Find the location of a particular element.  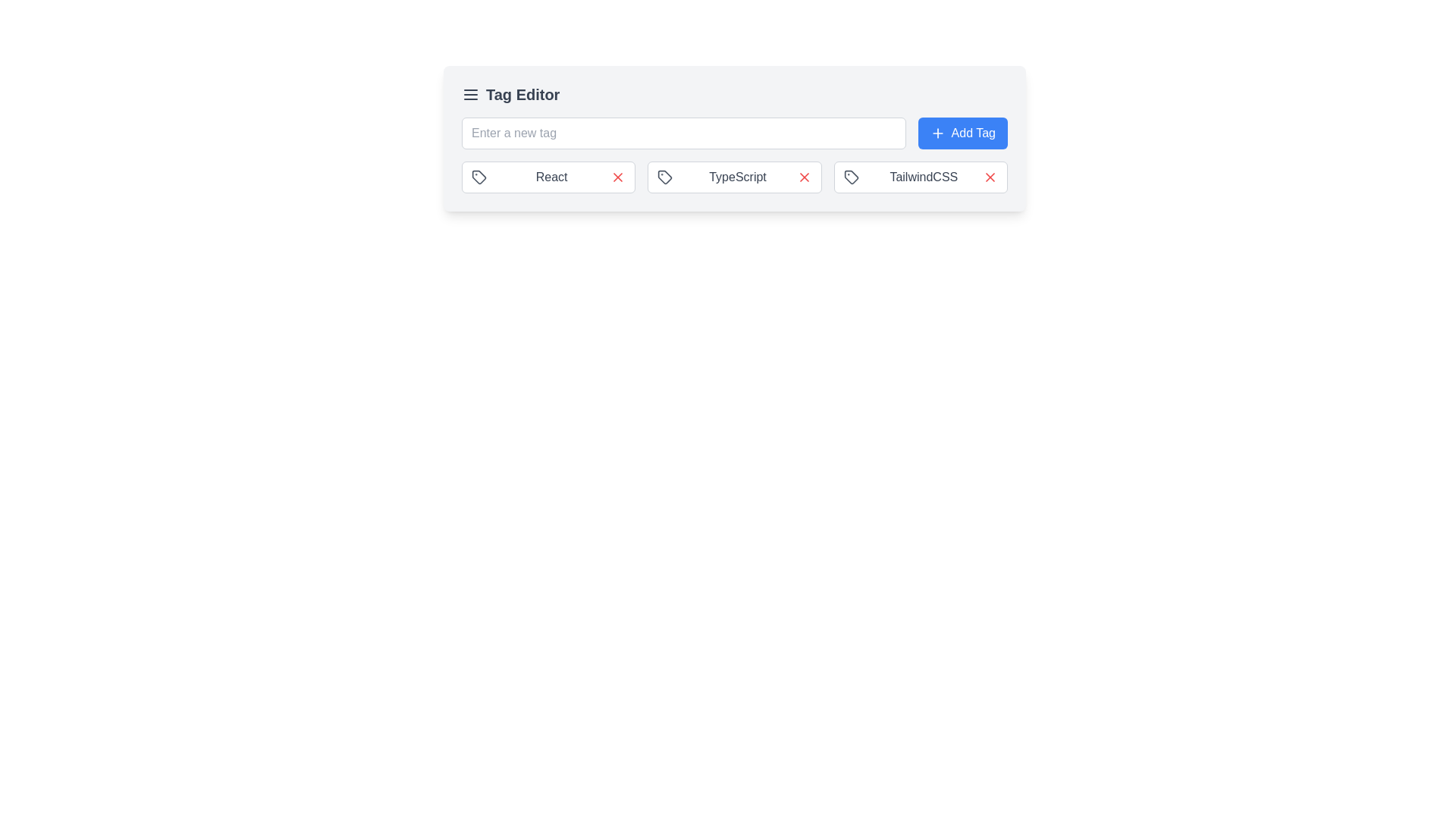

the gray tag icon located to the left of the 'TypeScript' text within the 'Tag Editor' interface is located at coordinates (665, 177).